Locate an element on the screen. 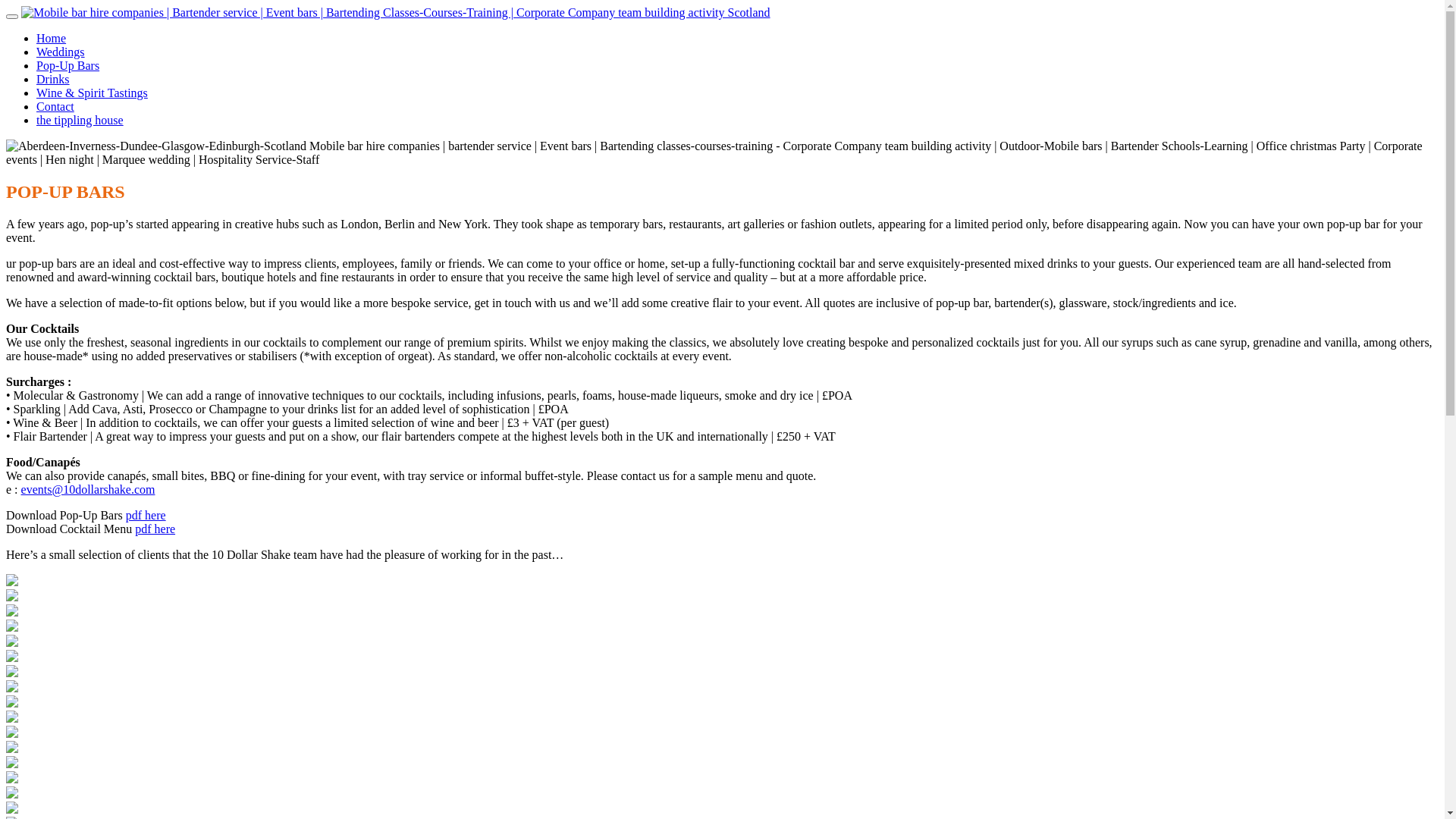  'Home' is located at coordinates (51, 37).